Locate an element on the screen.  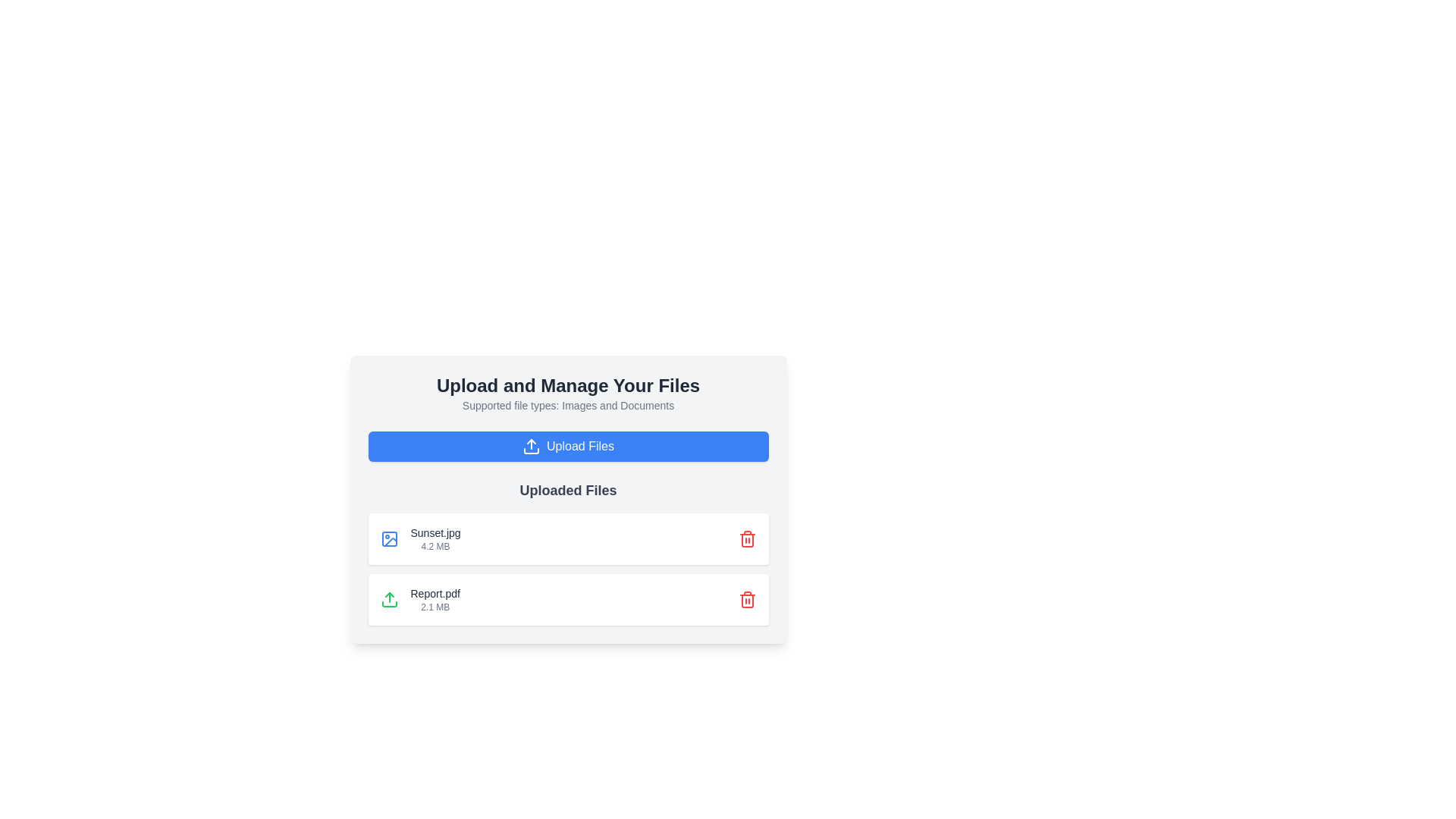
the file item representation displaying the uploaded file name is located at coordinates (420, 598).